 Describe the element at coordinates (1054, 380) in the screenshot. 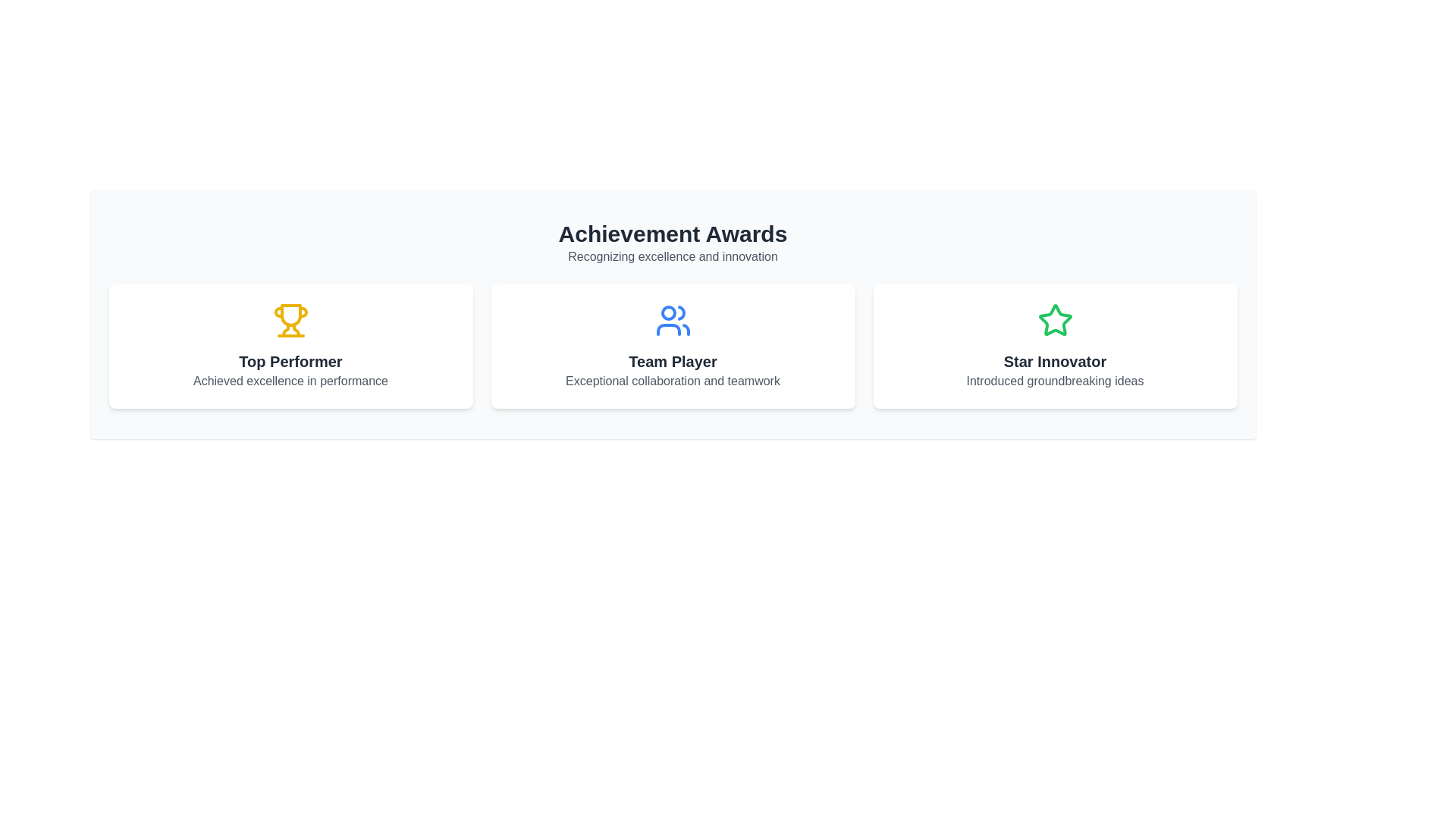

I see `the text string reading 'Introduced groundbreaking ideas' which is styled in gray and located within the rightmost card under the title 'Star Innovator'` at that location.